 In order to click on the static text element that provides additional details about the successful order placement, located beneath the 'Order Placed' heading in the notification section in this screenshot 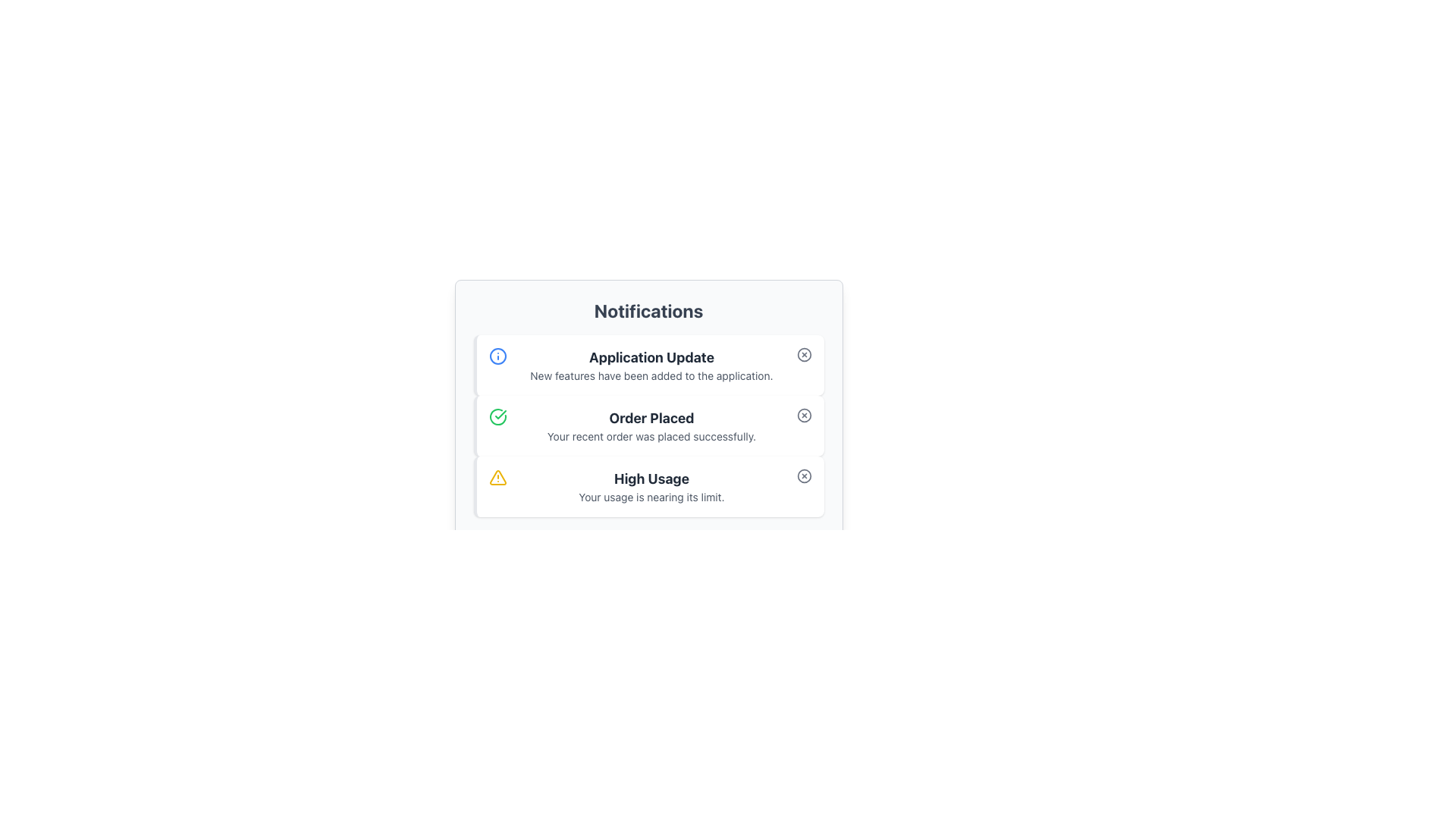, I will do `click(651, 436)`.